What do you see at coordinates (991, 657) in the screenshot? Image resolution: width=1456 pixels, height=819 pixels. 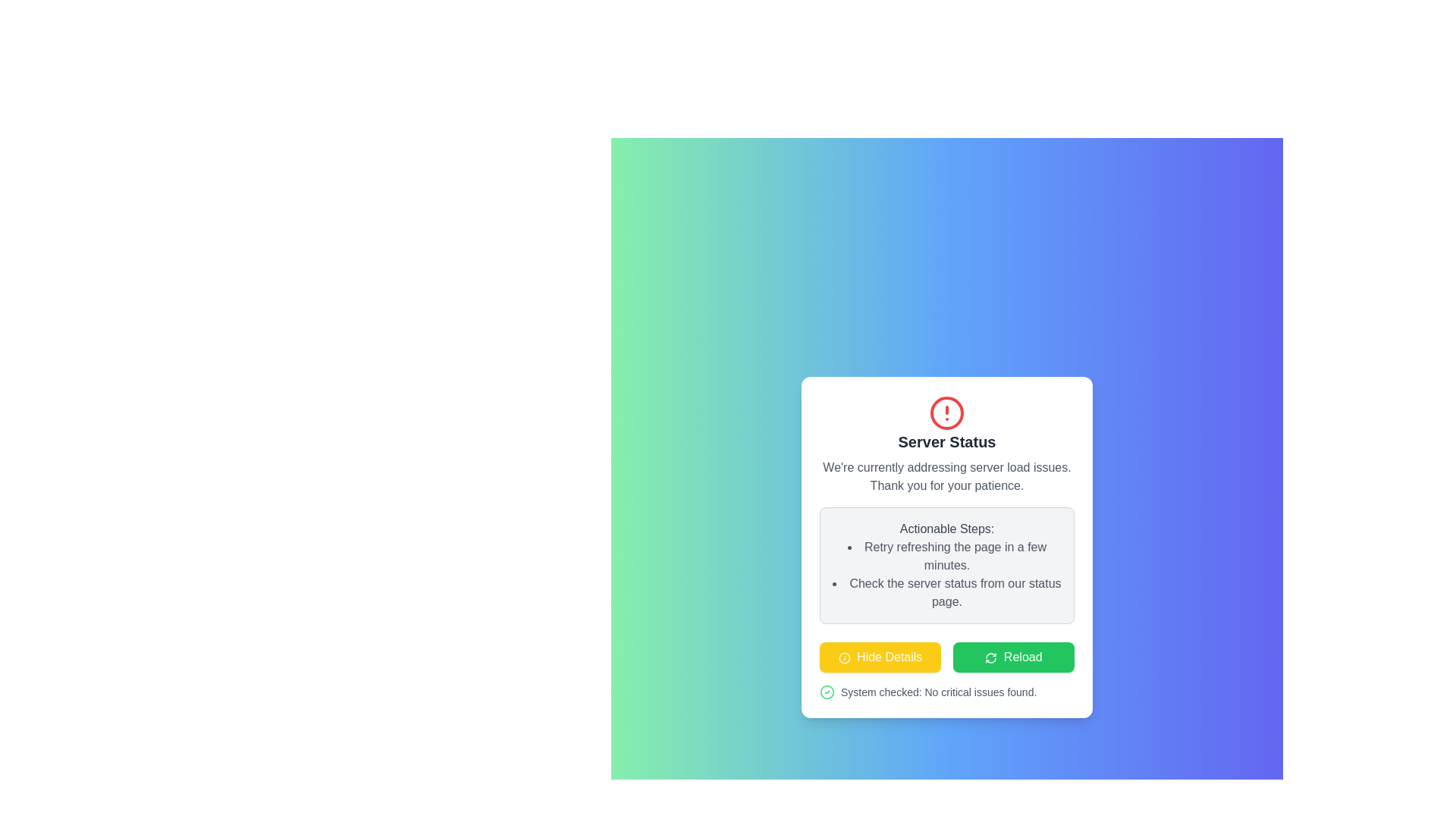 I see `the reload icon located inside the 'Reload' button at the bottom-right corner of the dialog box` at bounding box center [991, 657].